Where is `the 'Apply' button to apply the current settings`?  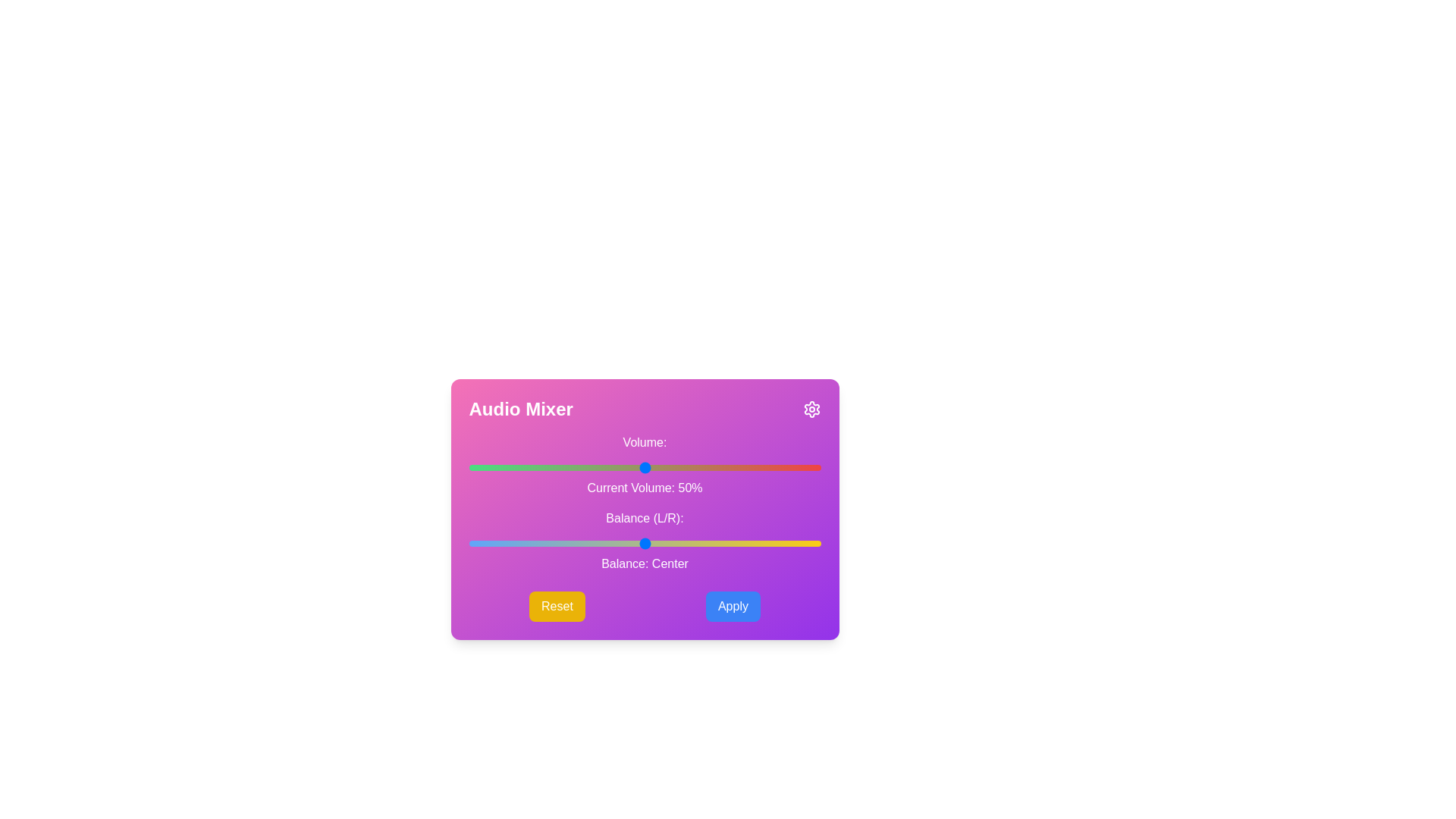 the 'Apply' button to apply the current settings is located at coordinates (733, 605).